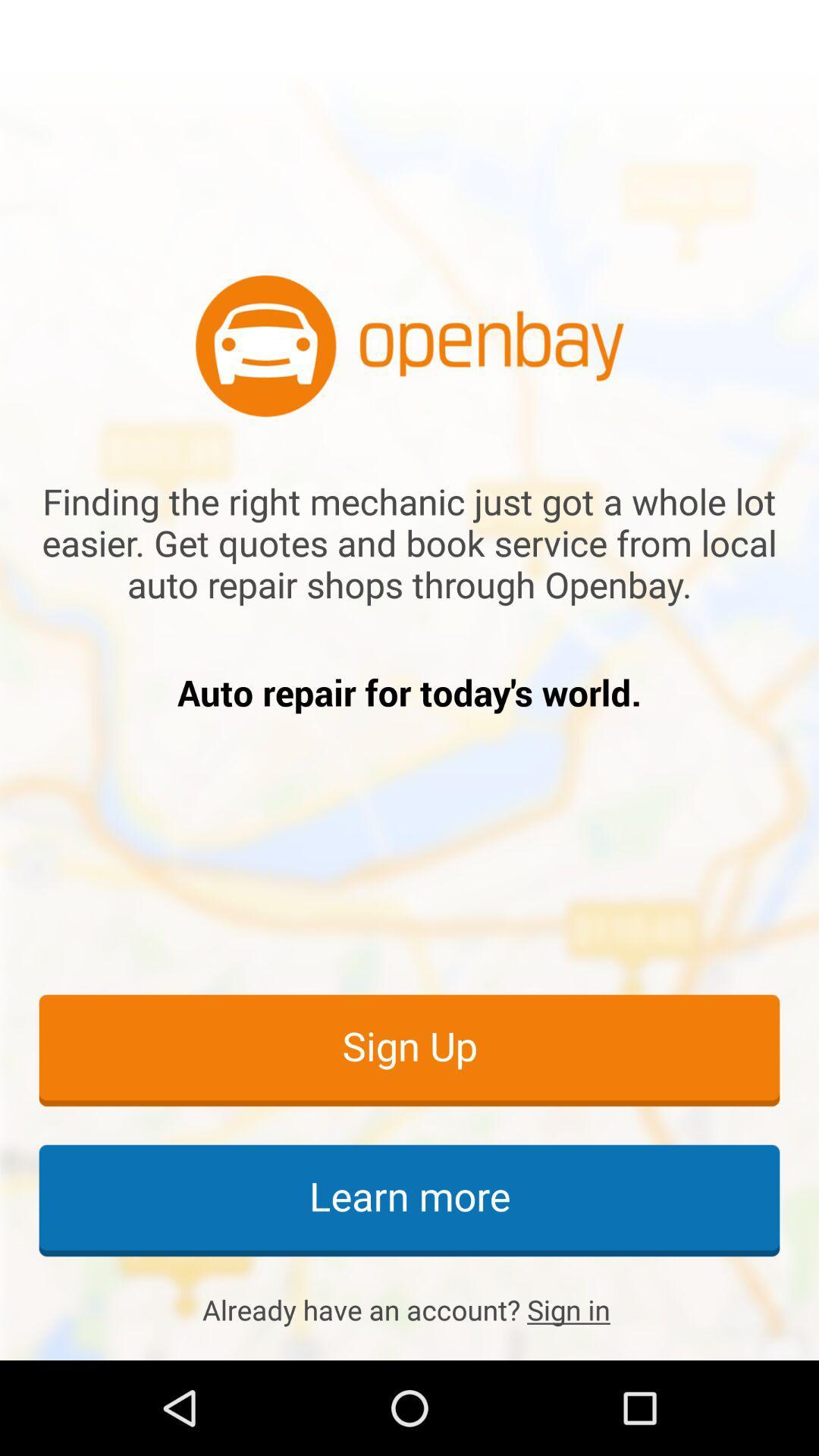 The image size is (819, 1456). What do you see at coordinates (409, 1199) in the screenshot?
I see `icon above the already have an` at bounding box center [409, 1199].